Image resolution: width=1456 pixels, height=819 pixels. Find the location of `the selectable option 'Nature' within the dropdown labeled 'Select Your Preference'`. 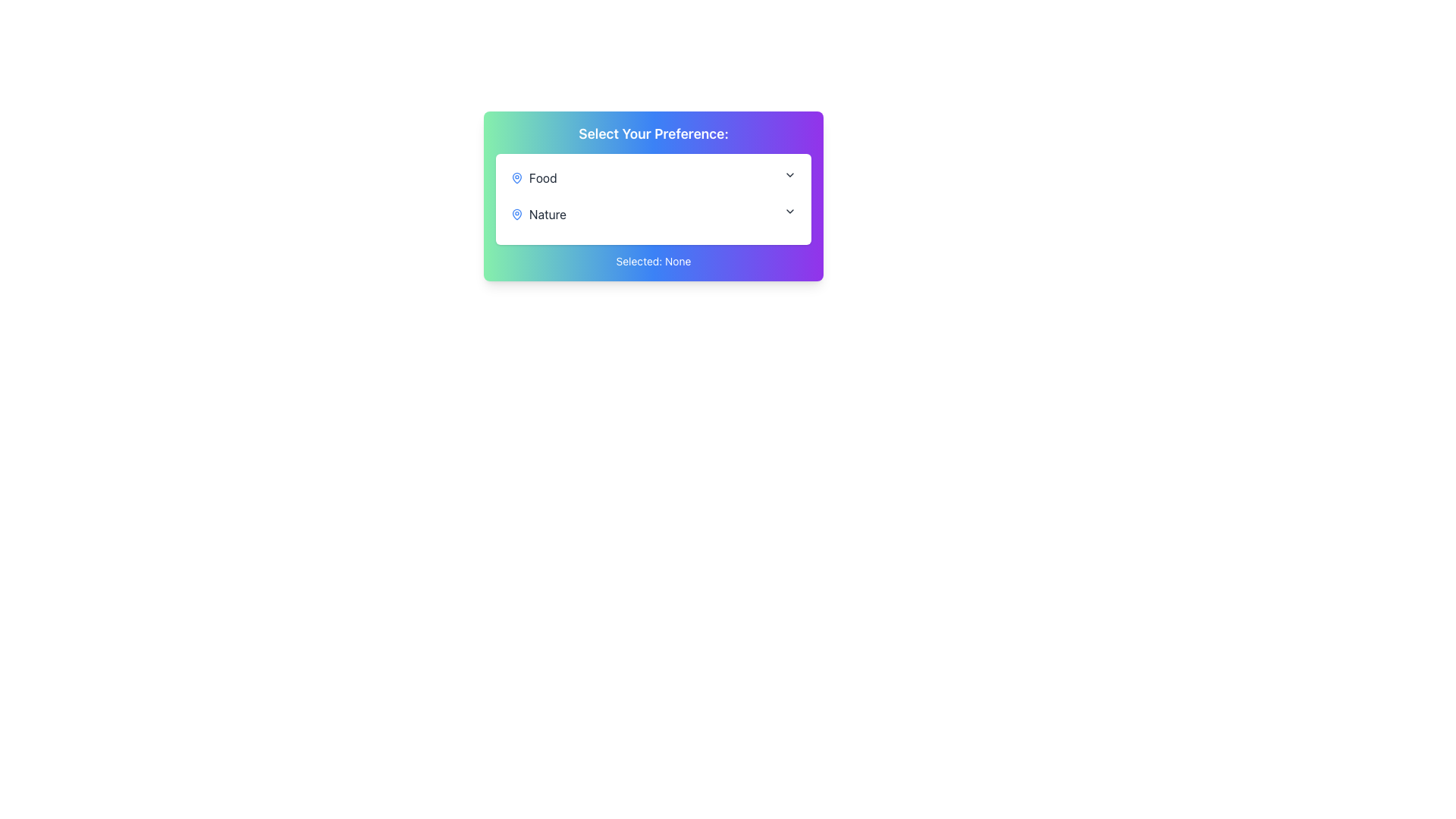

the selectable option 'Nature' within the dropdown labeled 'Select Your Preference' is located at coordinates (538, 214).